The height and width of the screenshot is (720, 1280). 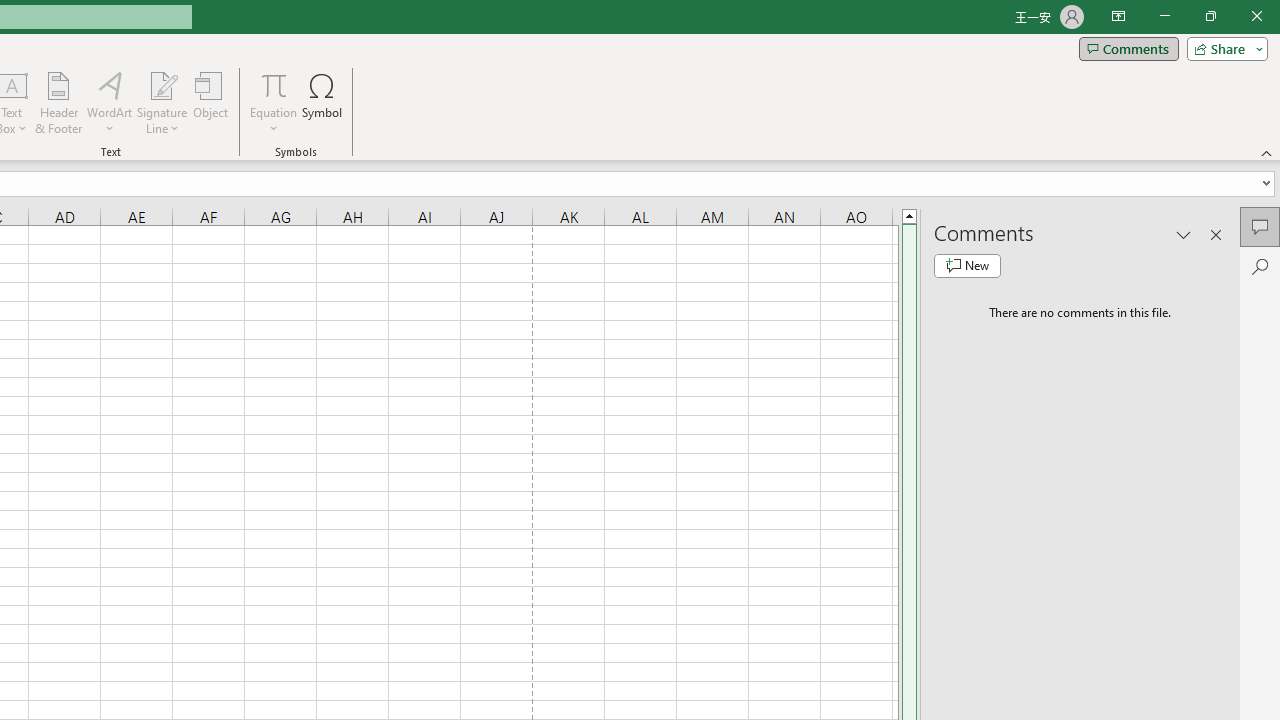 What do you see at coordinates (1164, 16) in the screenshot?
I see `'Minimize'` at bounding box center [1164, 16].